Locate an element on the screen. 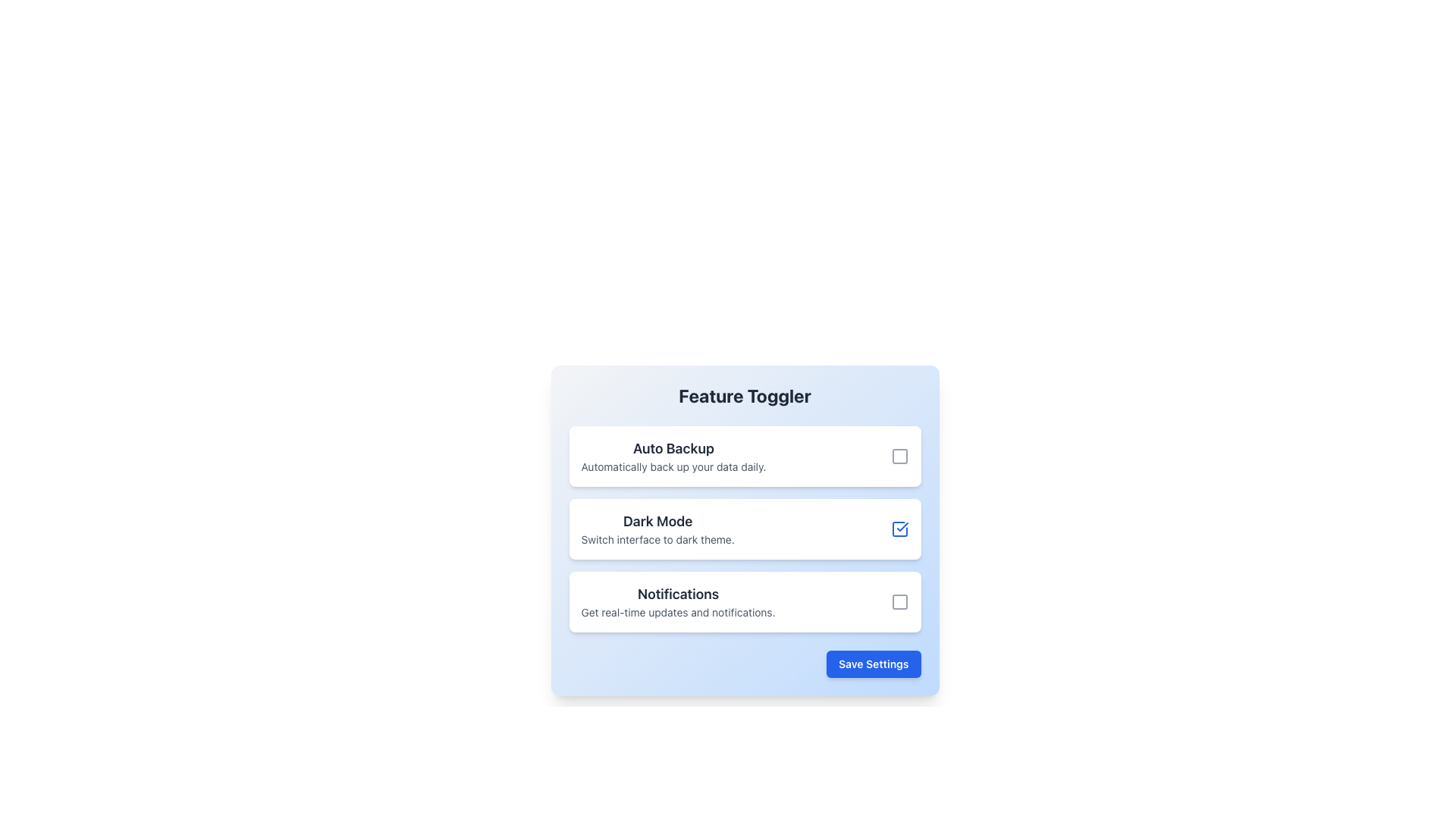  the 'Auto Backup' section with a checkbox is located at coordinates (745, 455).